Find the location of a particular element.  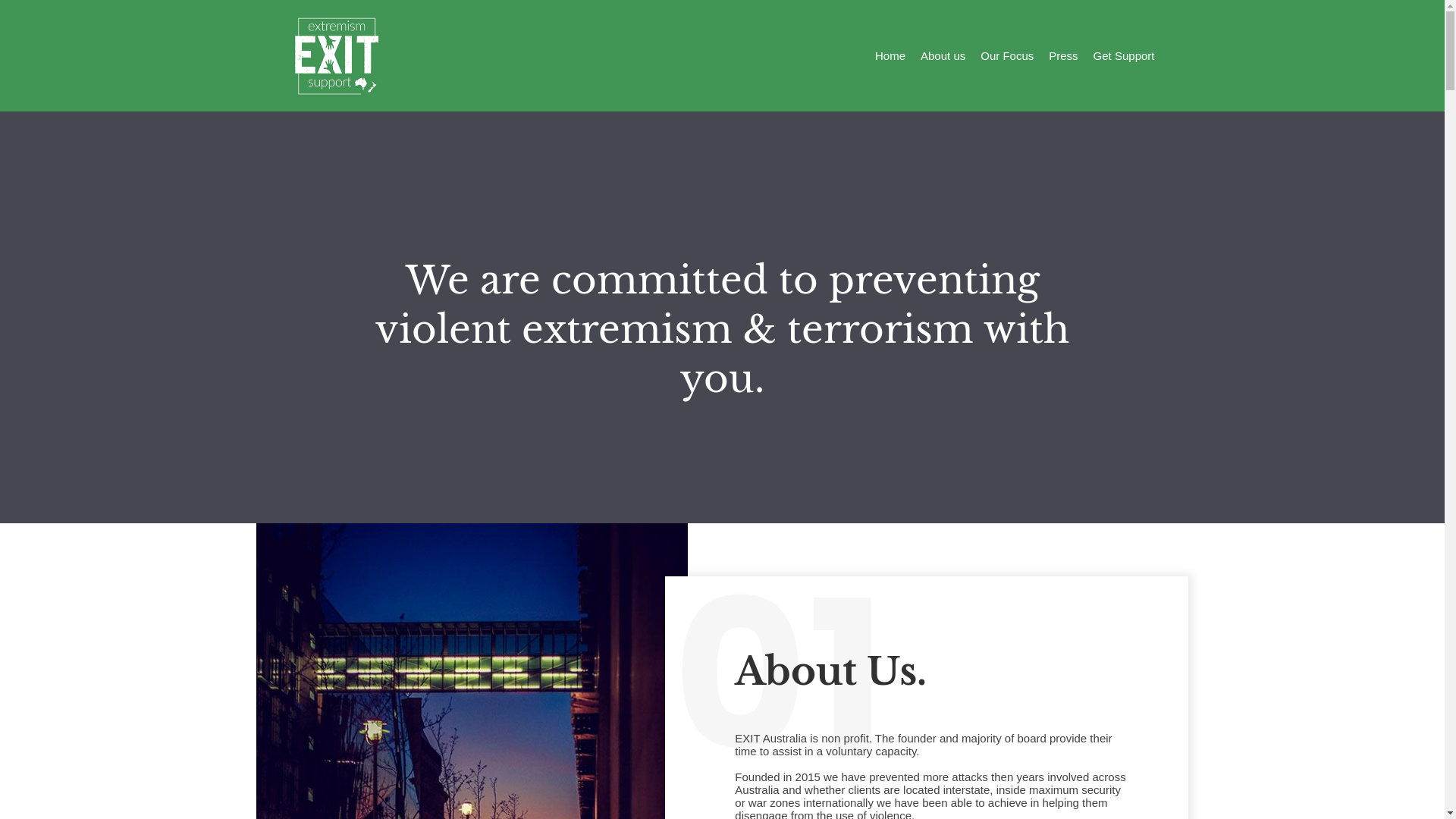

'EXIT Australia & NZ' is located at coordinates (334, 55).